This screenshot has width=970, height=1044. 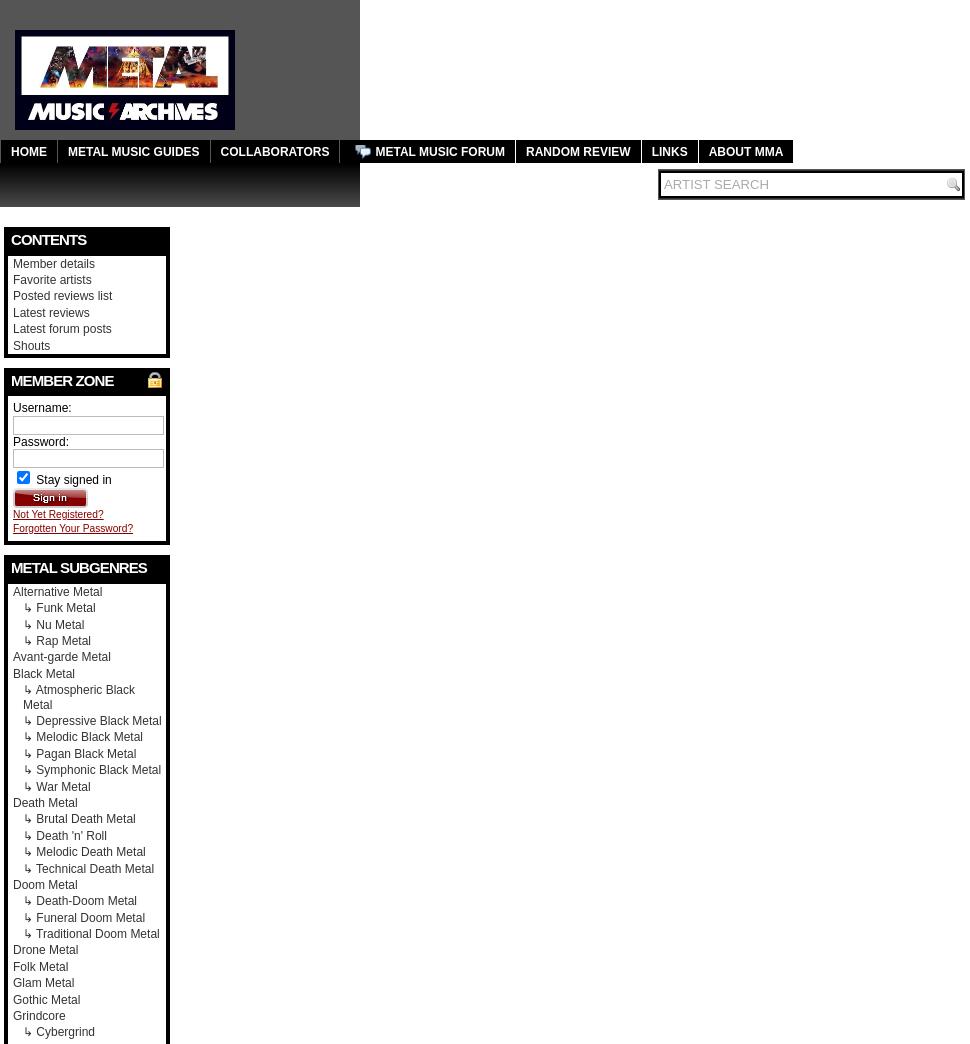 What do you see at coordinates (77, 566) in the screenshot?
I see `'Metal Subgenres'` at bounding box center [77, 566].